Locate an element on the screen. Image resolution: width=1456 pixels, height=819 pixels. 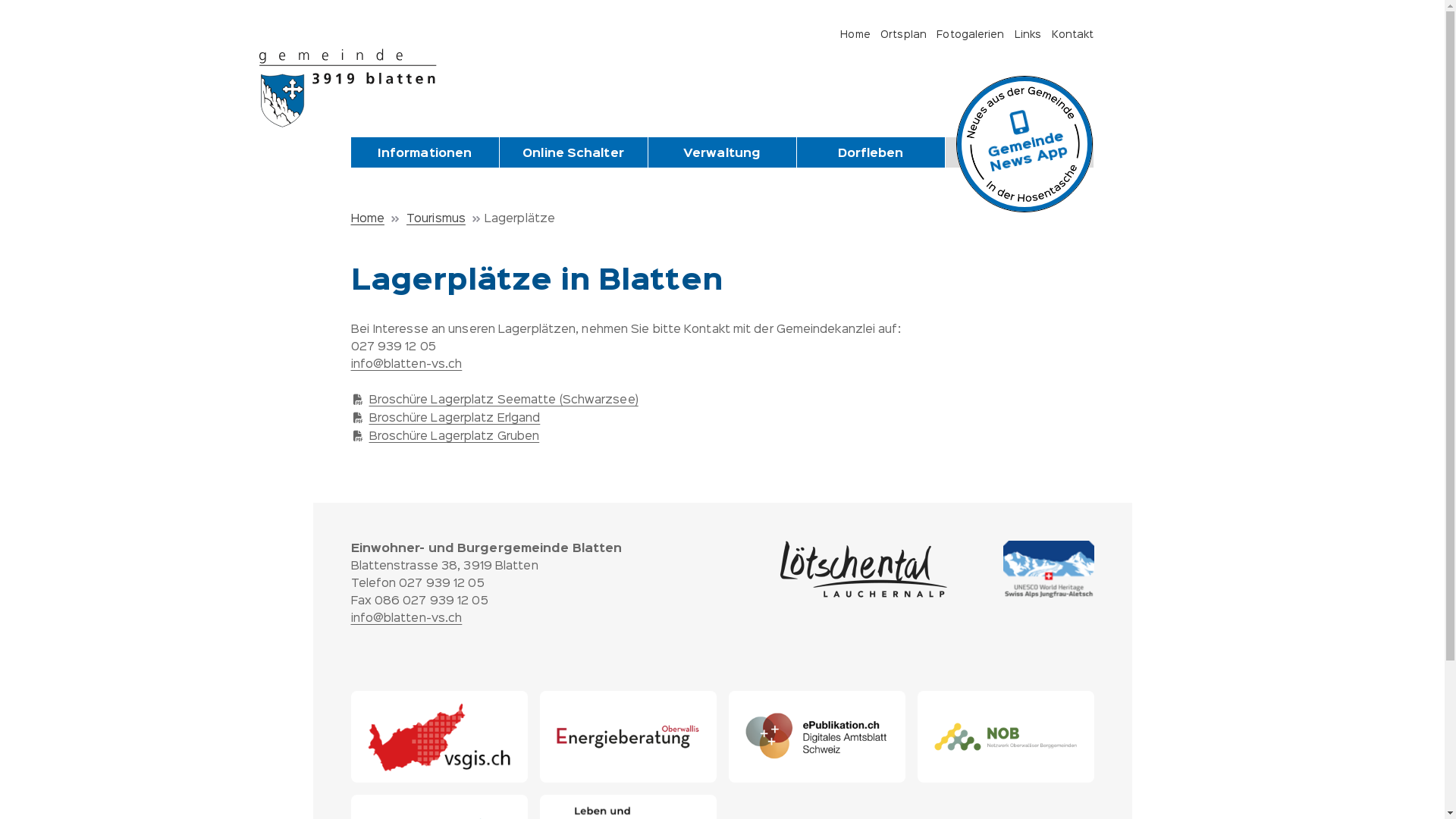
'Ortsplan' is located at coordinates (903, 34).